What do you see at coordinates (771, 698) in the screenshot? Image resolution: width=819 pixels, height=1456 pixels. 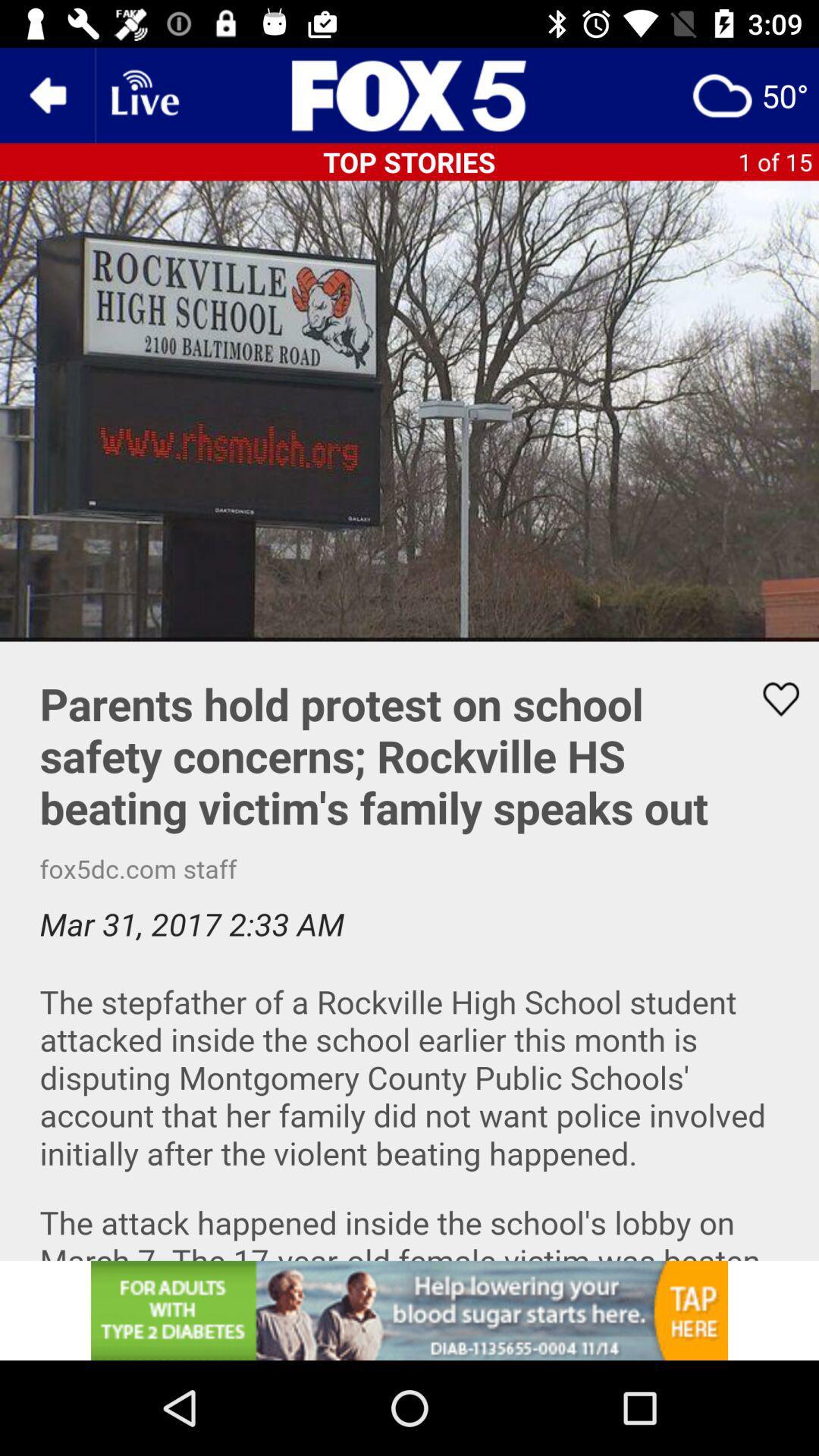 I see `to favorites` at bounding box center [771, 698].